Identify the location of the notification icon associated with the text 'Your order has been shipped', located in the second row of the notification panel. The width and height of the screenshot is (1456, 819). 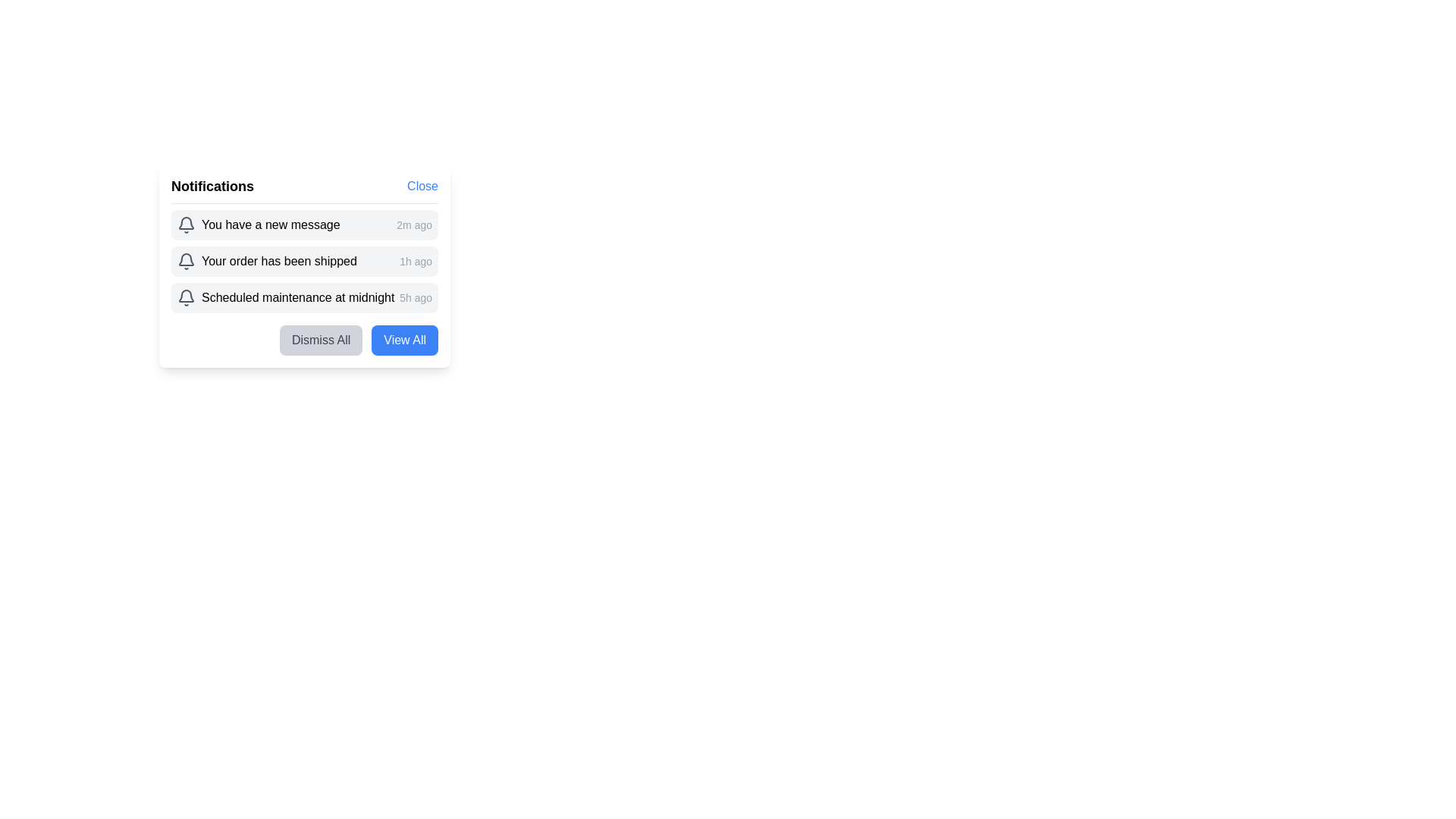
(185, 260).